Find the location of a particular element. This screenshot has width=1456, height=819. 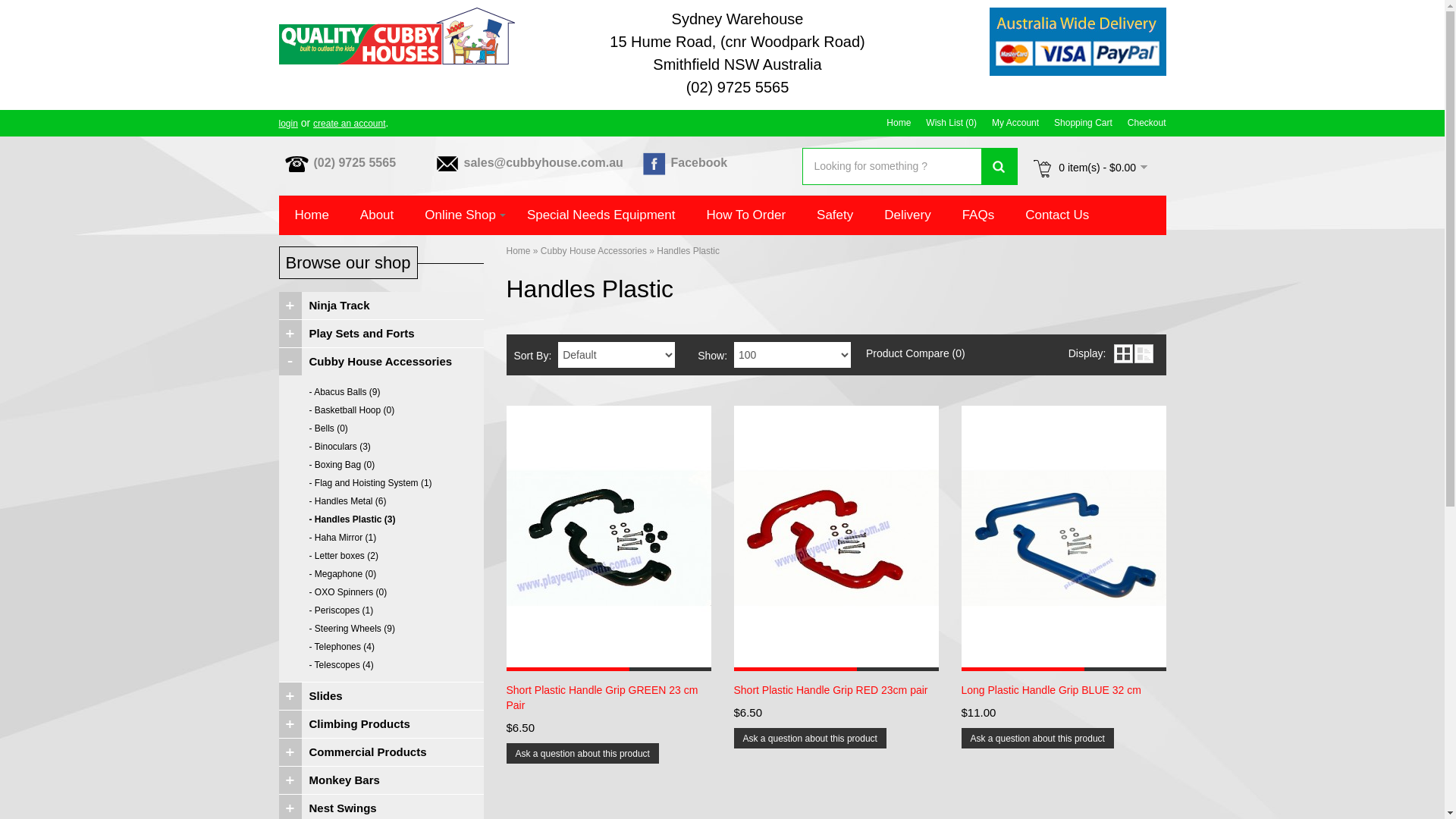

'How To Order' is located at coordinates (691, 215).